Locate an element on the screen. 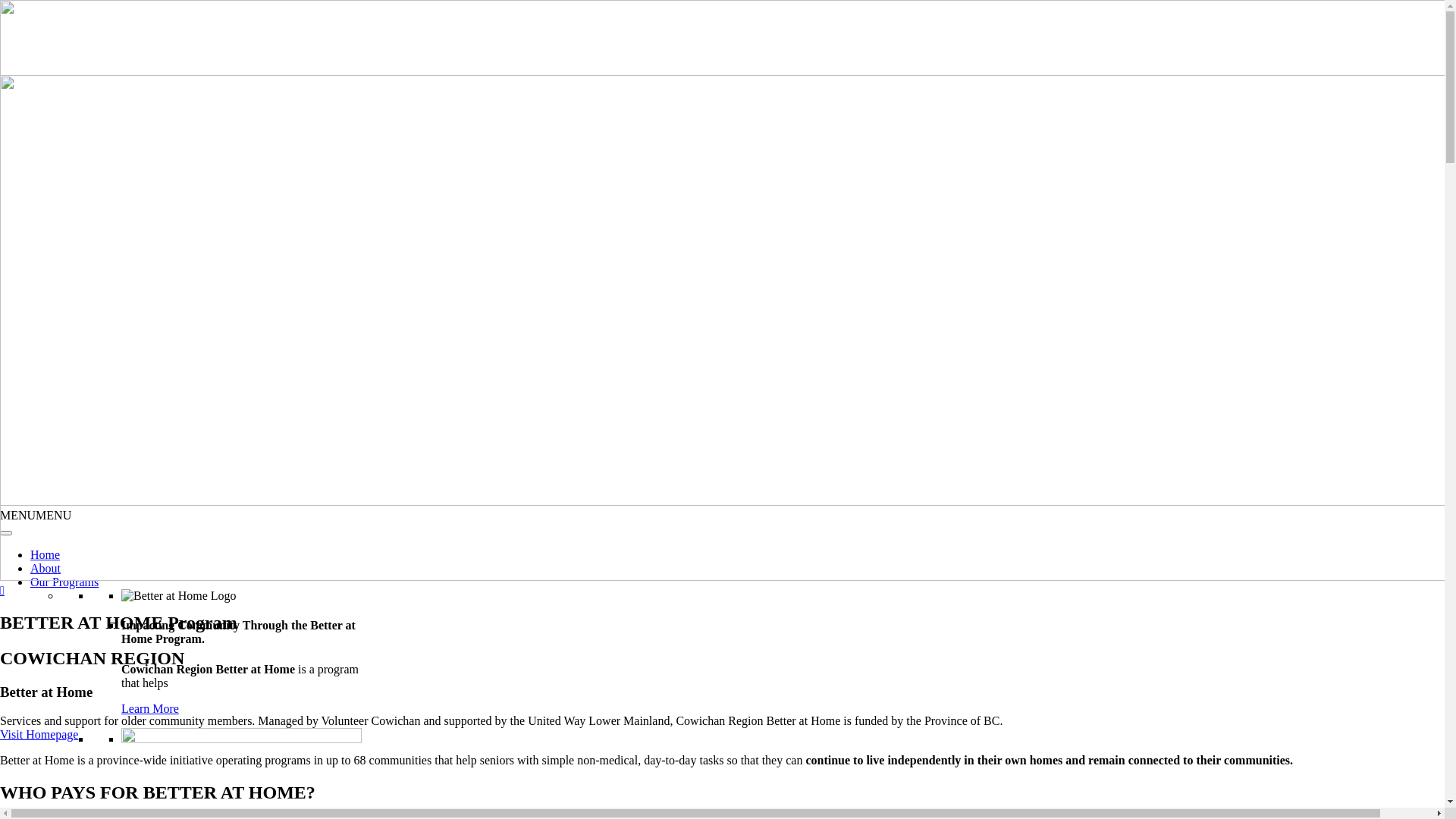  'Learn More' is located at coordinates (149, 708).